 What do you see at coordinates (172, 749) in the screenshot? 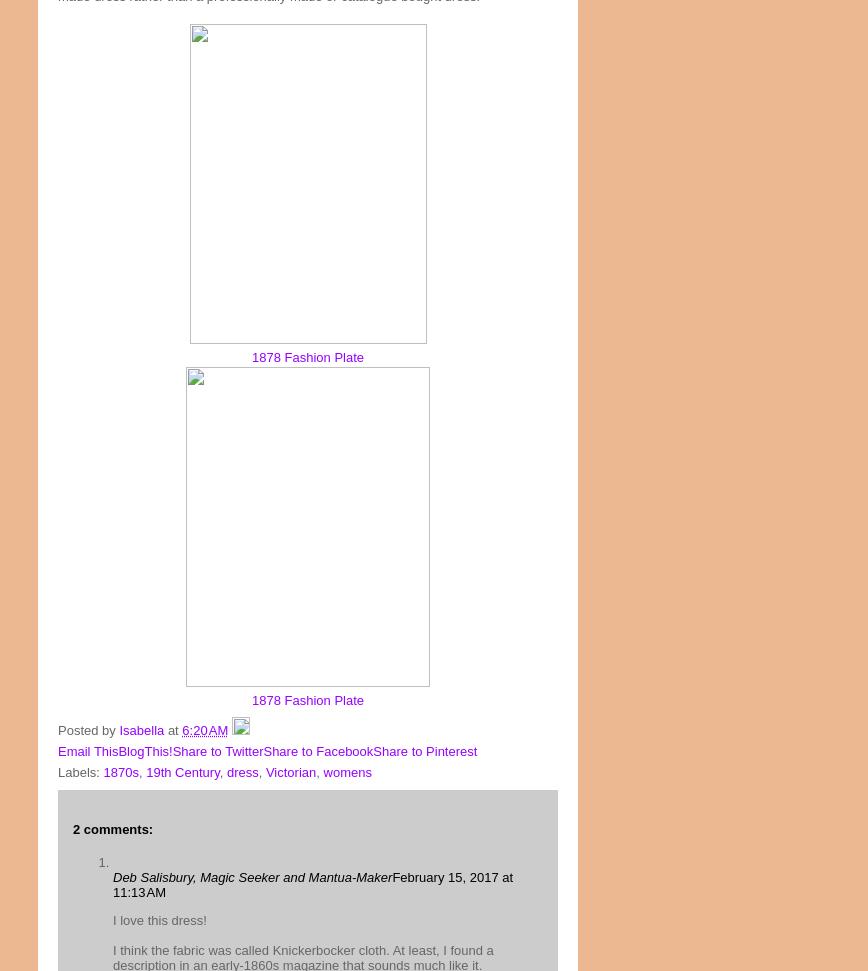
I see `'Share to Twitter'` at bounding box center [172, 749].